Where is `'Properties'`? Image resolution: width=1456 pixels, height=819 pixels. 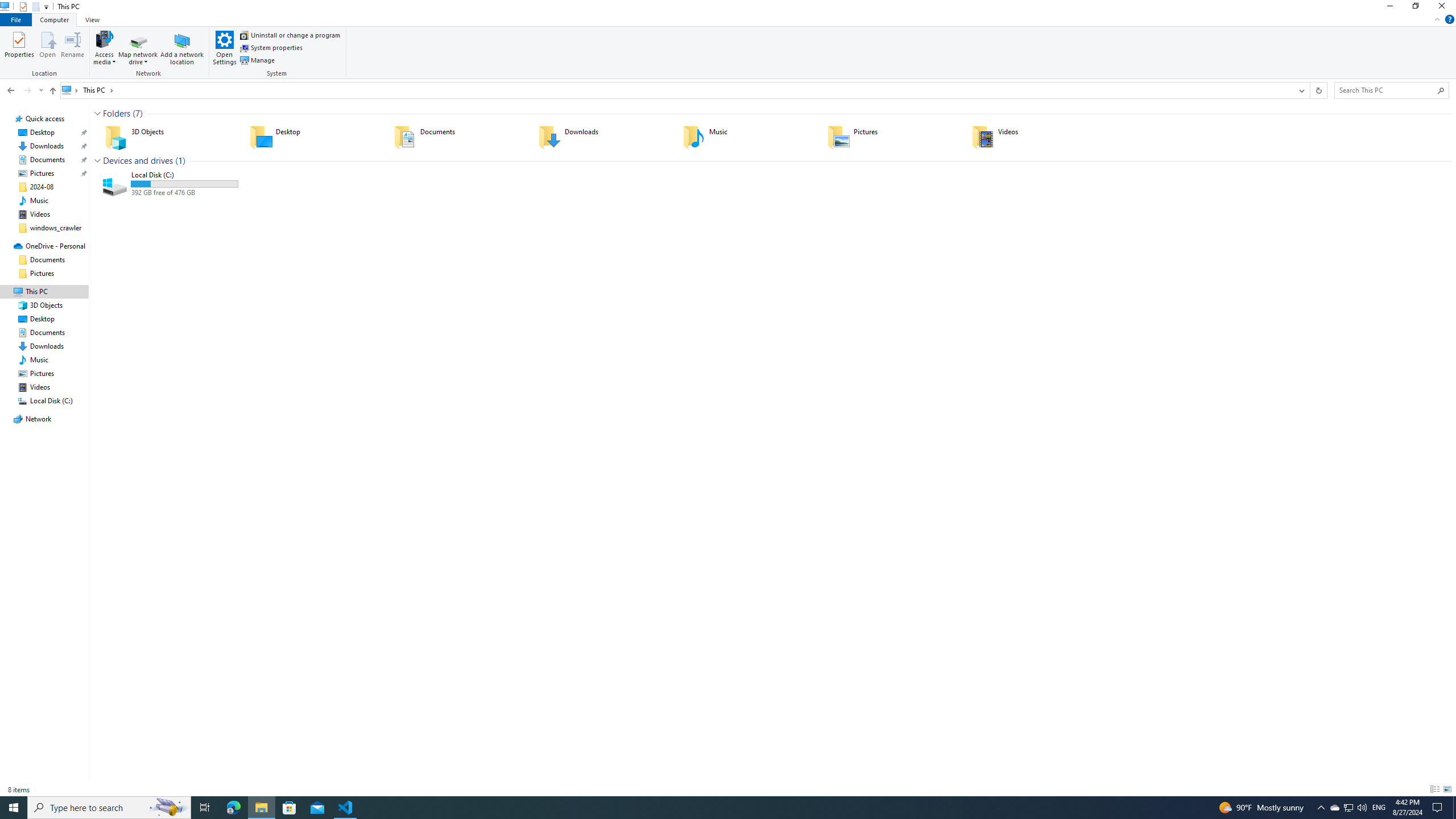 'Properties' is located at coordinates (19, 47).